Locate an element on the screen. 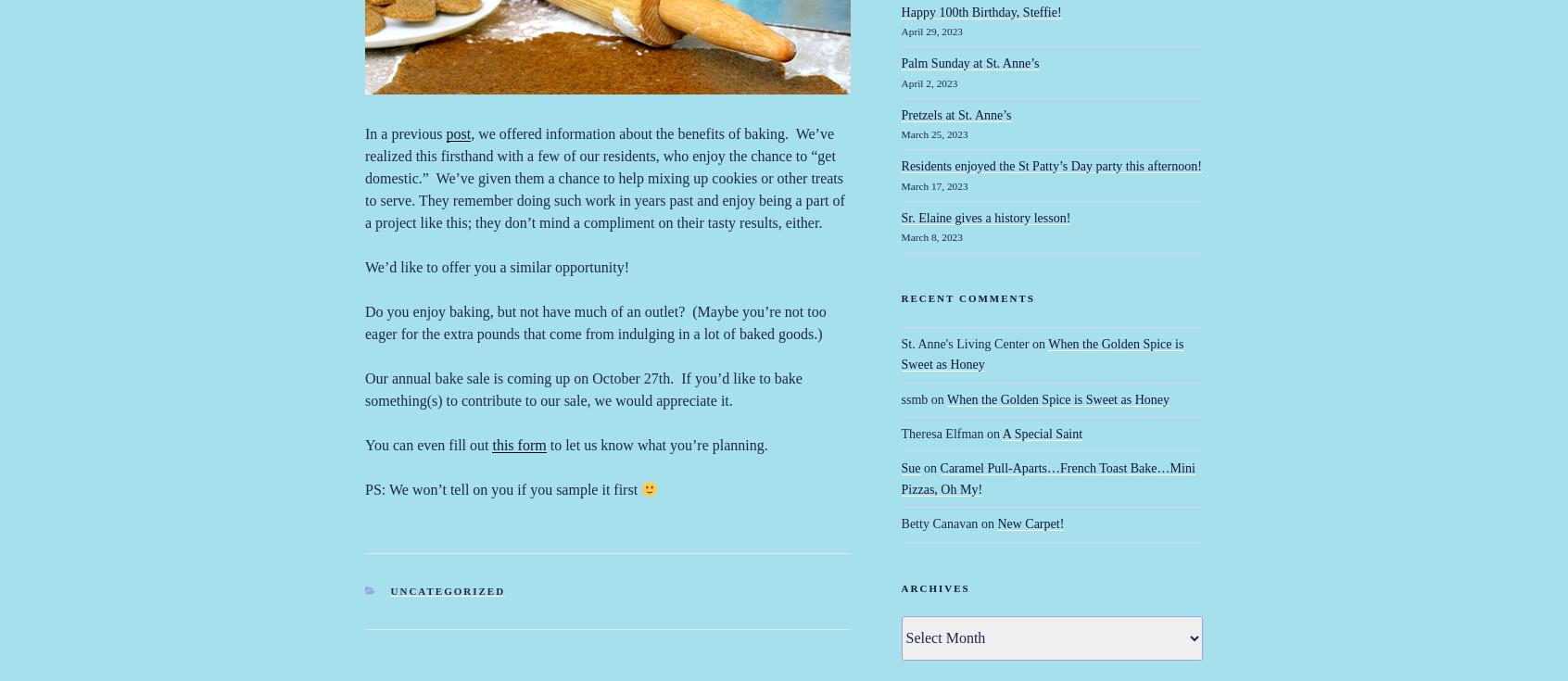 Image resolution: width=1568 pixels, height=681 pixels. ', we offered information about the benefits of baking.  We’ve realized this firsthand with a few of our residents, who enjoy the chance to “get domestic.”  We’ve given them a chance to help mixing up cookies or other treats to serve. They remember doing such work in years past and enjoy being a part of a project like this; they don’t mind a compliment on their tasty results, either.' is located at coordinates (604, 178).